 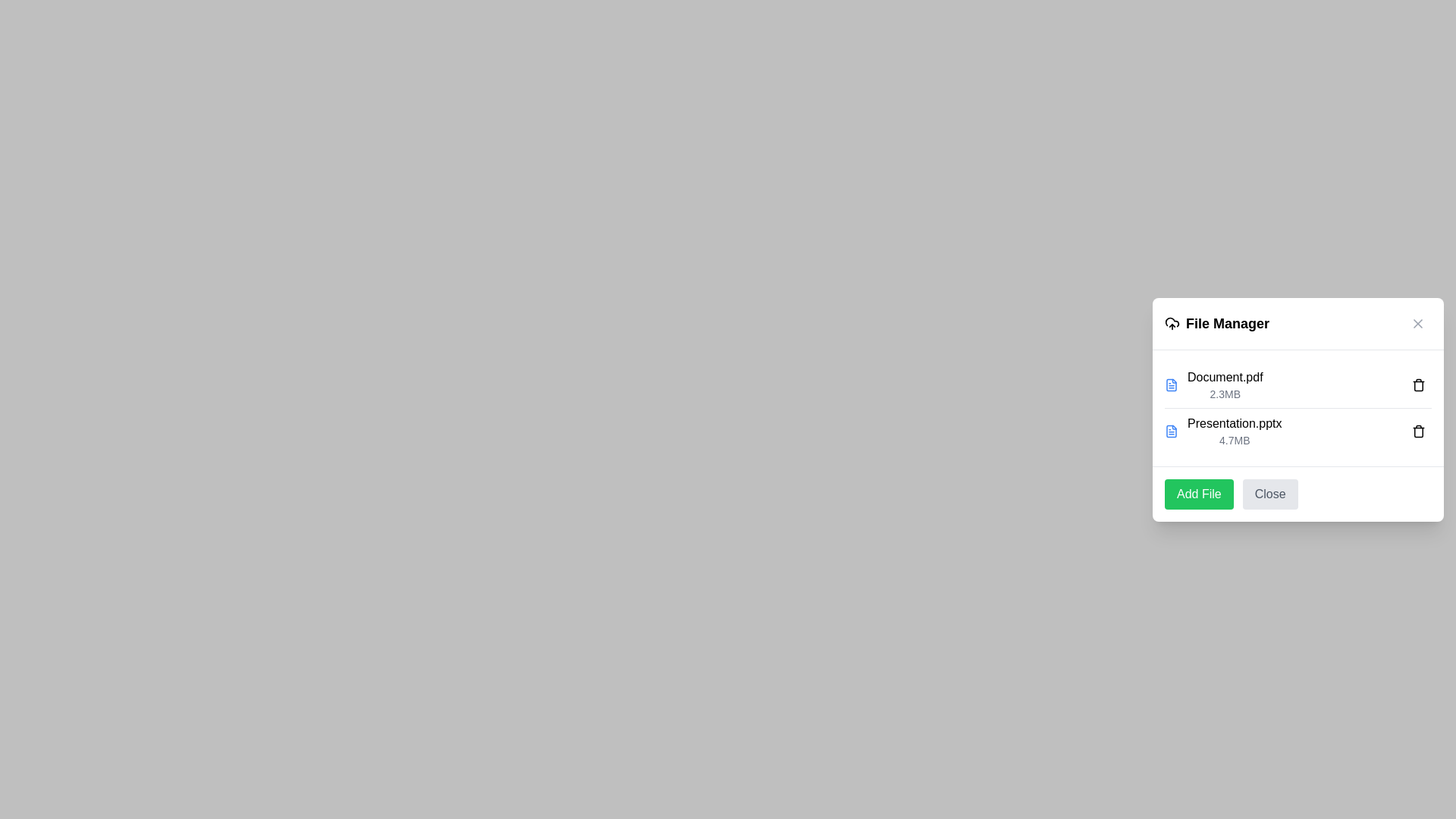 What do you see at coordinates (1270, 494) in the screenshot?
I see `the close button on the right side of the 'Add File' button in the footer of the 'File Manager' modal` at bounding box center [1270, 494].